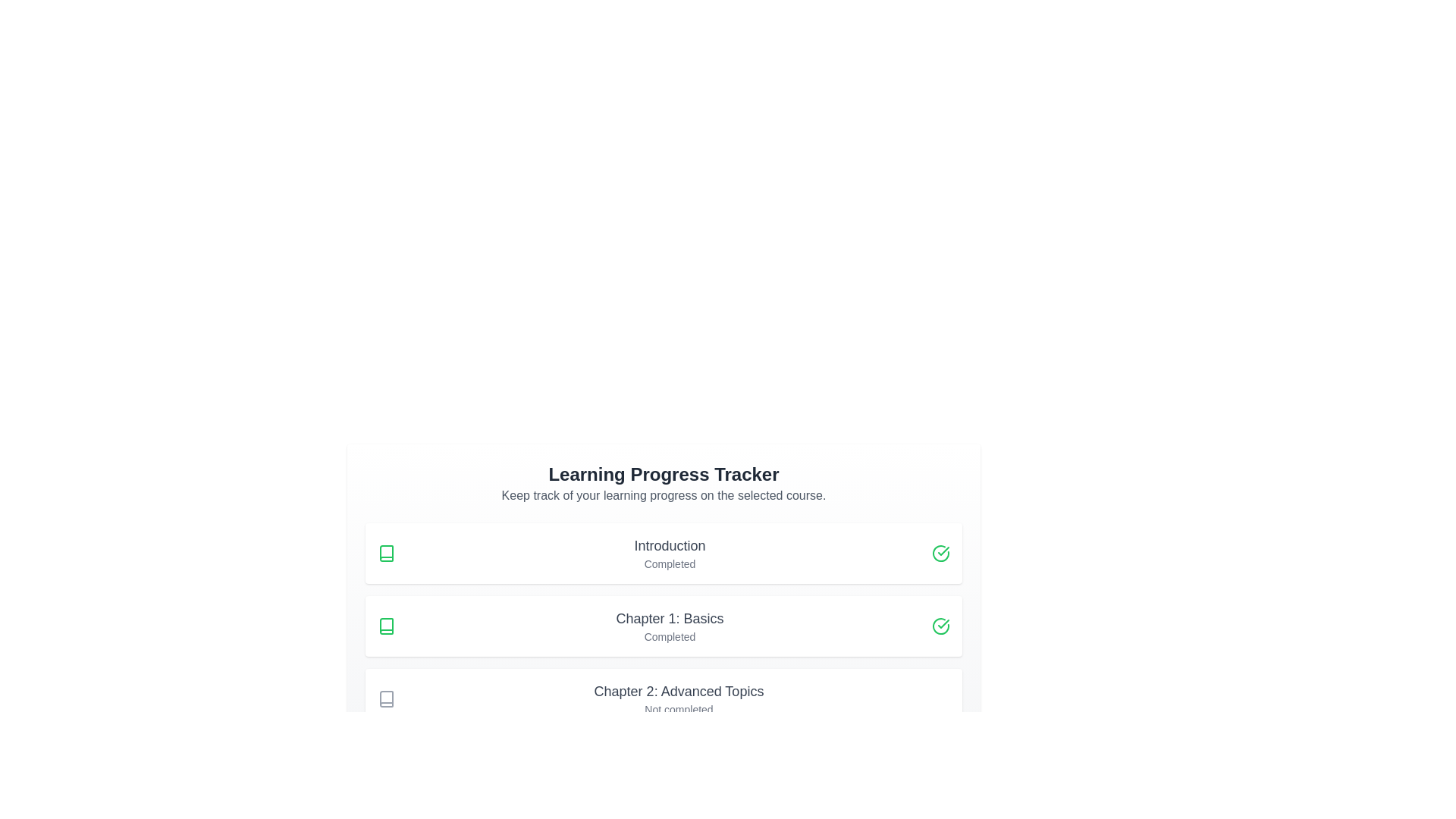  I want to click on the text block representing the learning module labeled 'Introduction' that displays its status as 'Completed', so click(669, 553).